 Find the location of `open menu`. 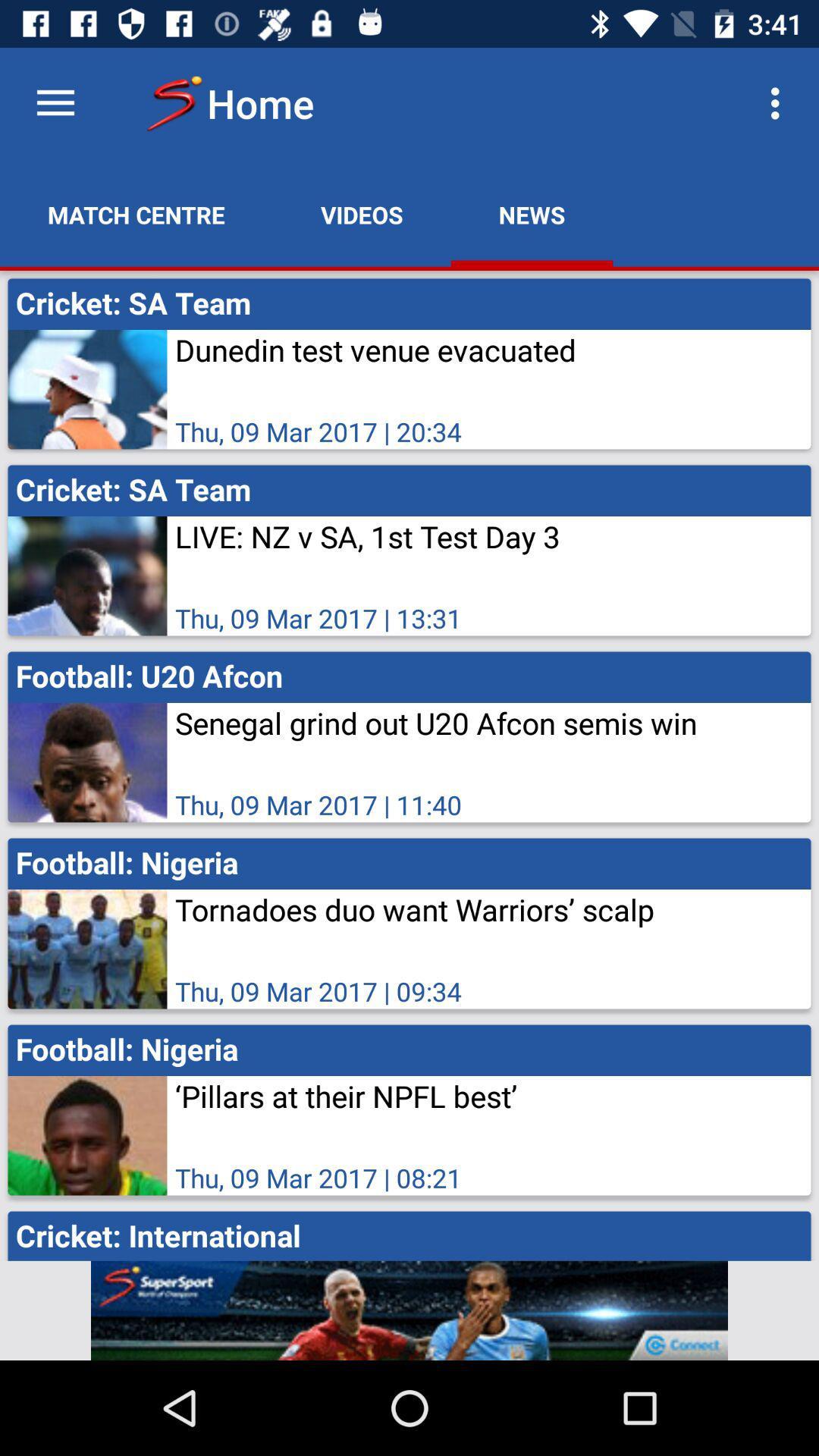

open menu is located at coordinates (55, 102).